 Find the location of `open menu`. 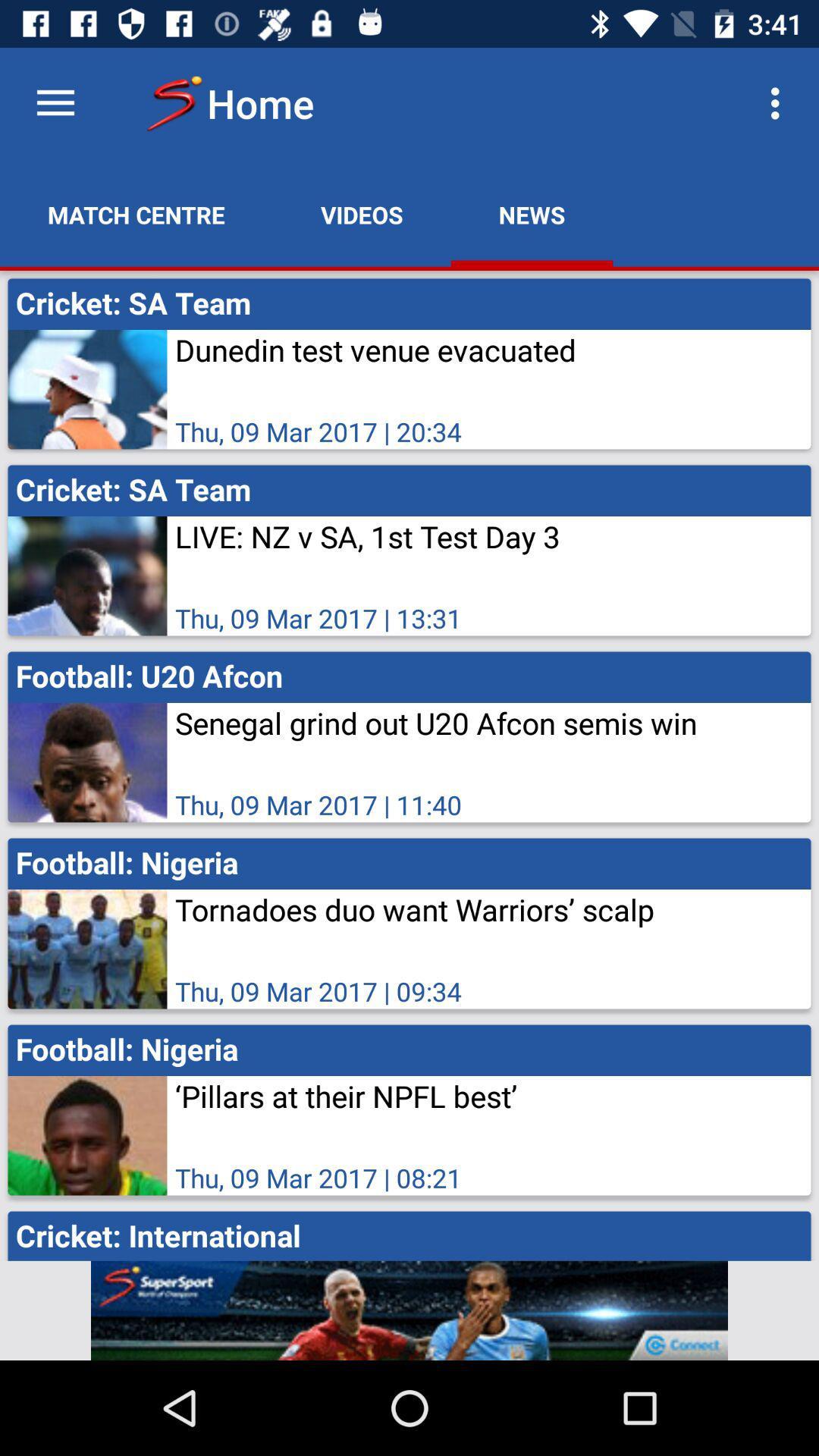

open menu is located at coordinates (55, 102).